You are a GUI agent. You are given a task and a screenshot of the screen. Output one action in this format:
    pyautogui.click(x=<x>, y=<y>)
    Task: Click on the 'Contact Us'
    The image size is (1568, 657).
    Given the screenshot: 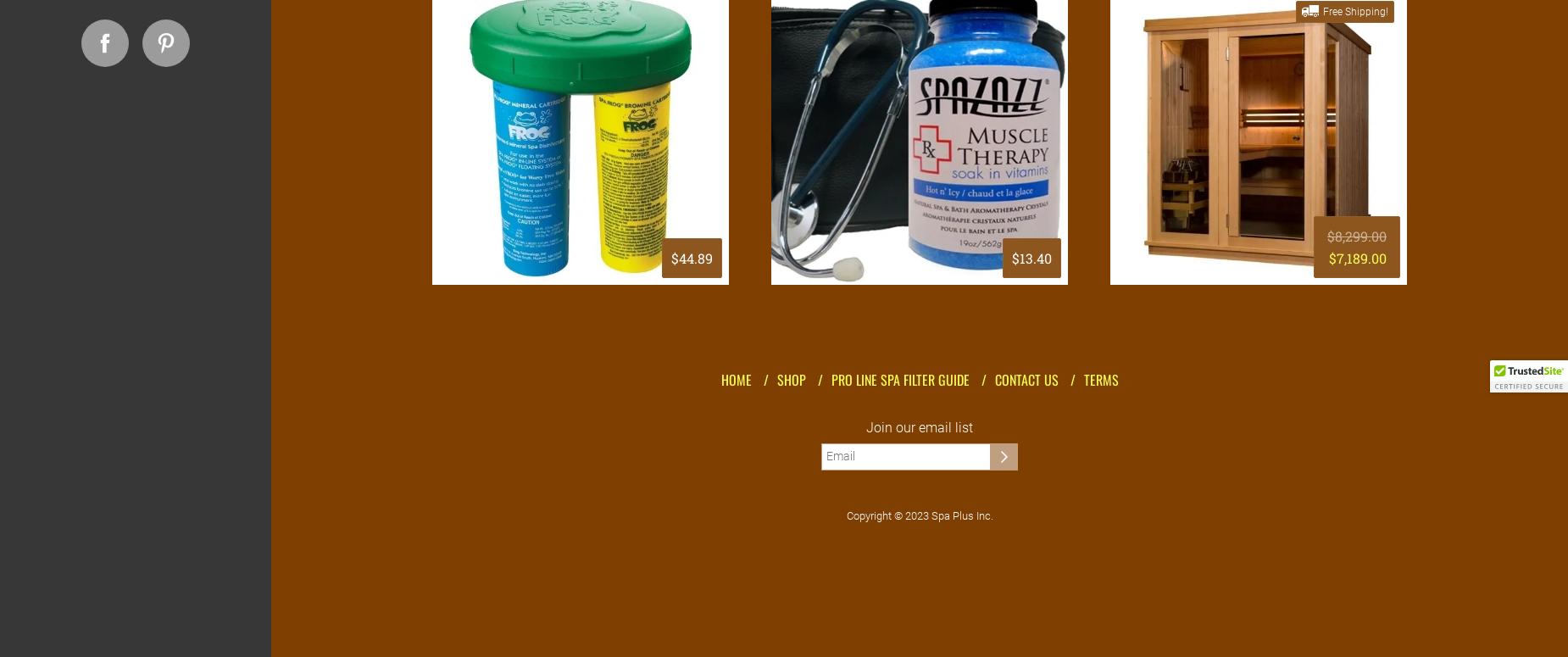 What is the action you would take?
    pyautogui.click(x=1025, y=380)
    